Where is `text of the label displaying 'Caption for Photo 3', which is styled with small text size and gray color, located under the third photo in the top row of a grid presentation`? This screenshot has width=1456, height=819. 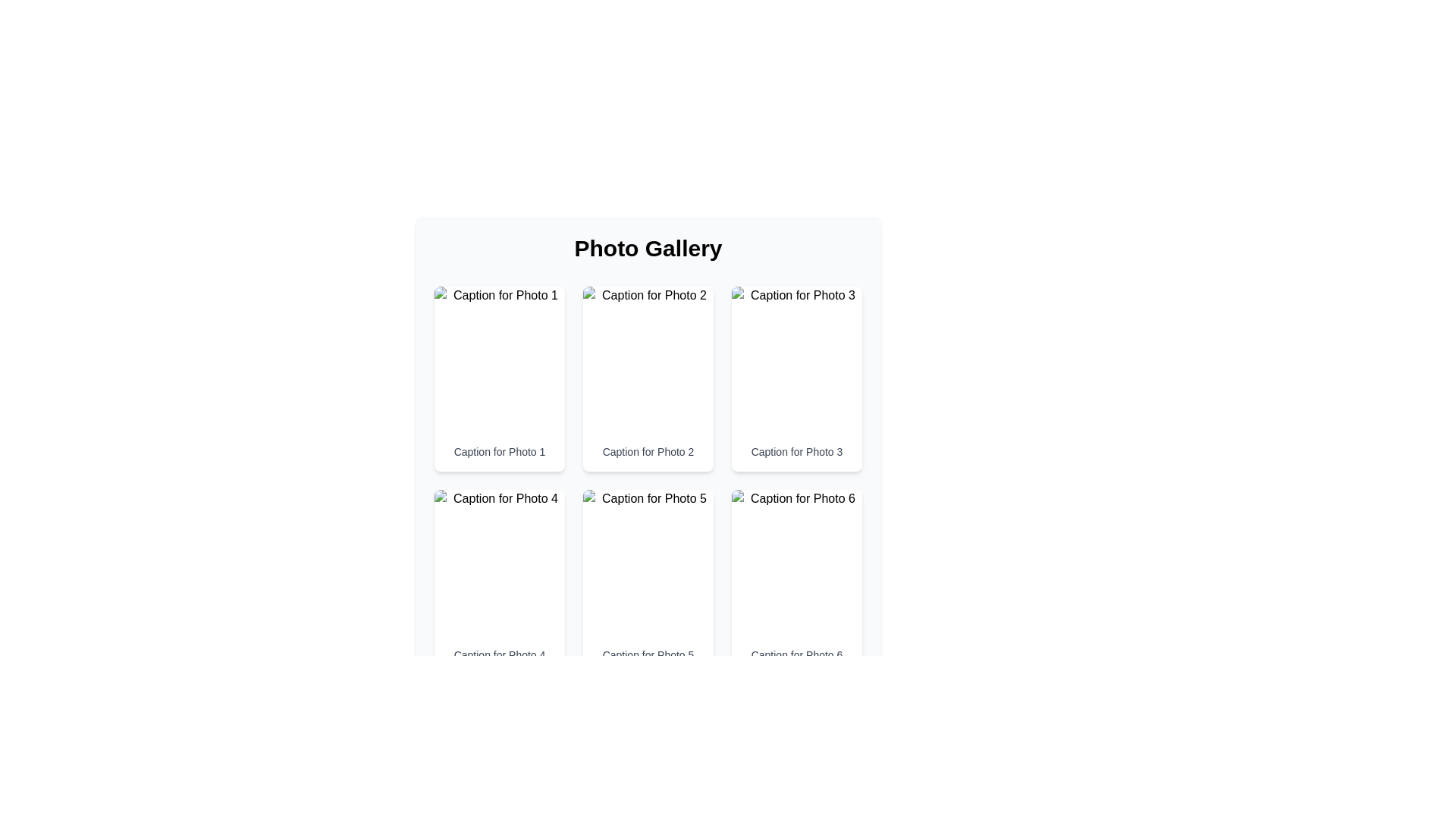 text of the label displaying 'Caption for Photo 3', which is styled with small text size and gray color, located under the third photo in the top row of a grid presentation is located at coordinates (796, 451).